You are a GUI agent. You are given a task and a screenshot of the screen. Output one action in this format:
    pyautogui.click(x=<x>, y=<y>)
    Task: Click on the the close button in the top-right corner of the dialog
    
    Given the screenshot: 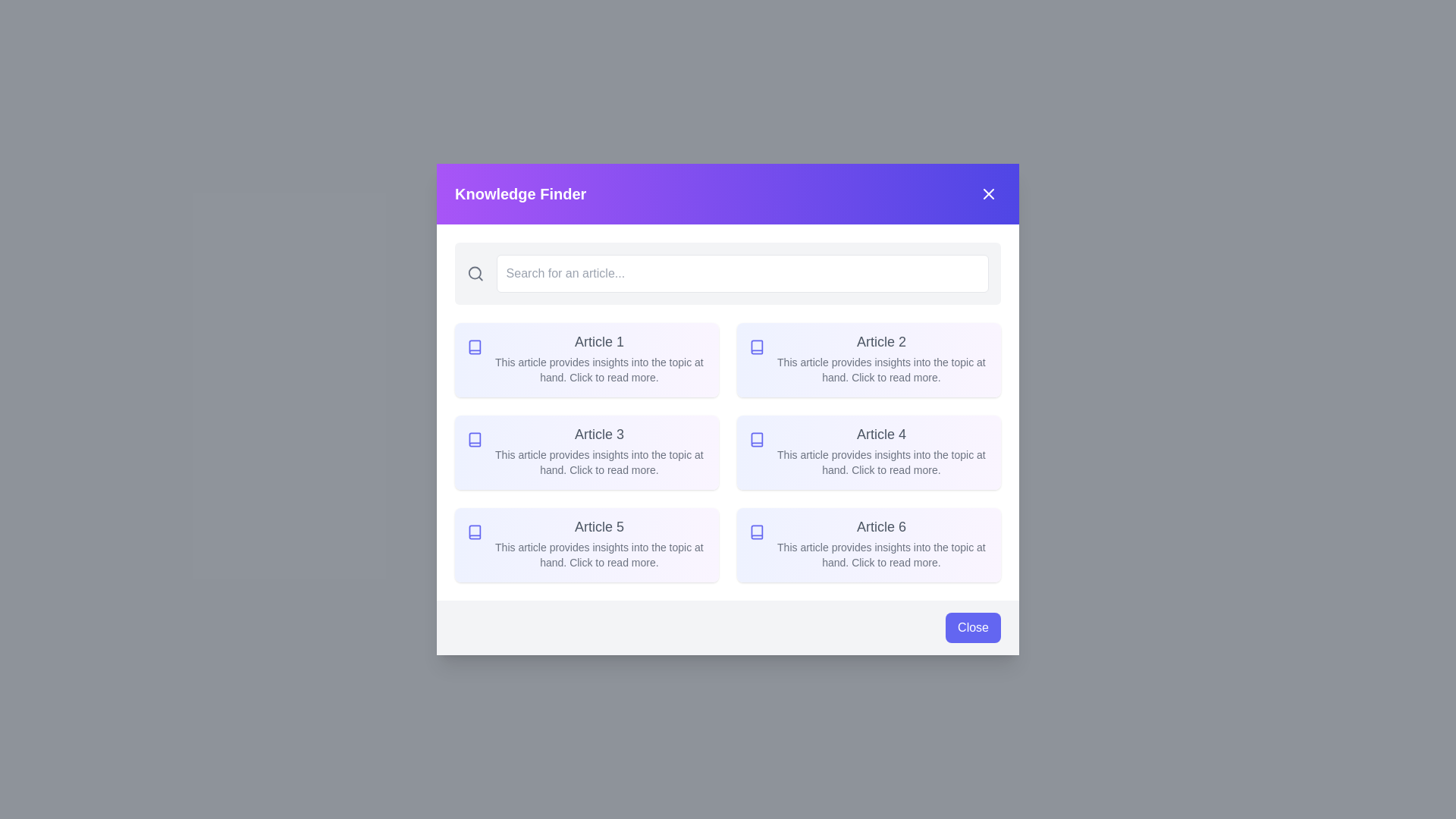 What is the action you would take?
    pyautogui.click(x=989, y=193)
    